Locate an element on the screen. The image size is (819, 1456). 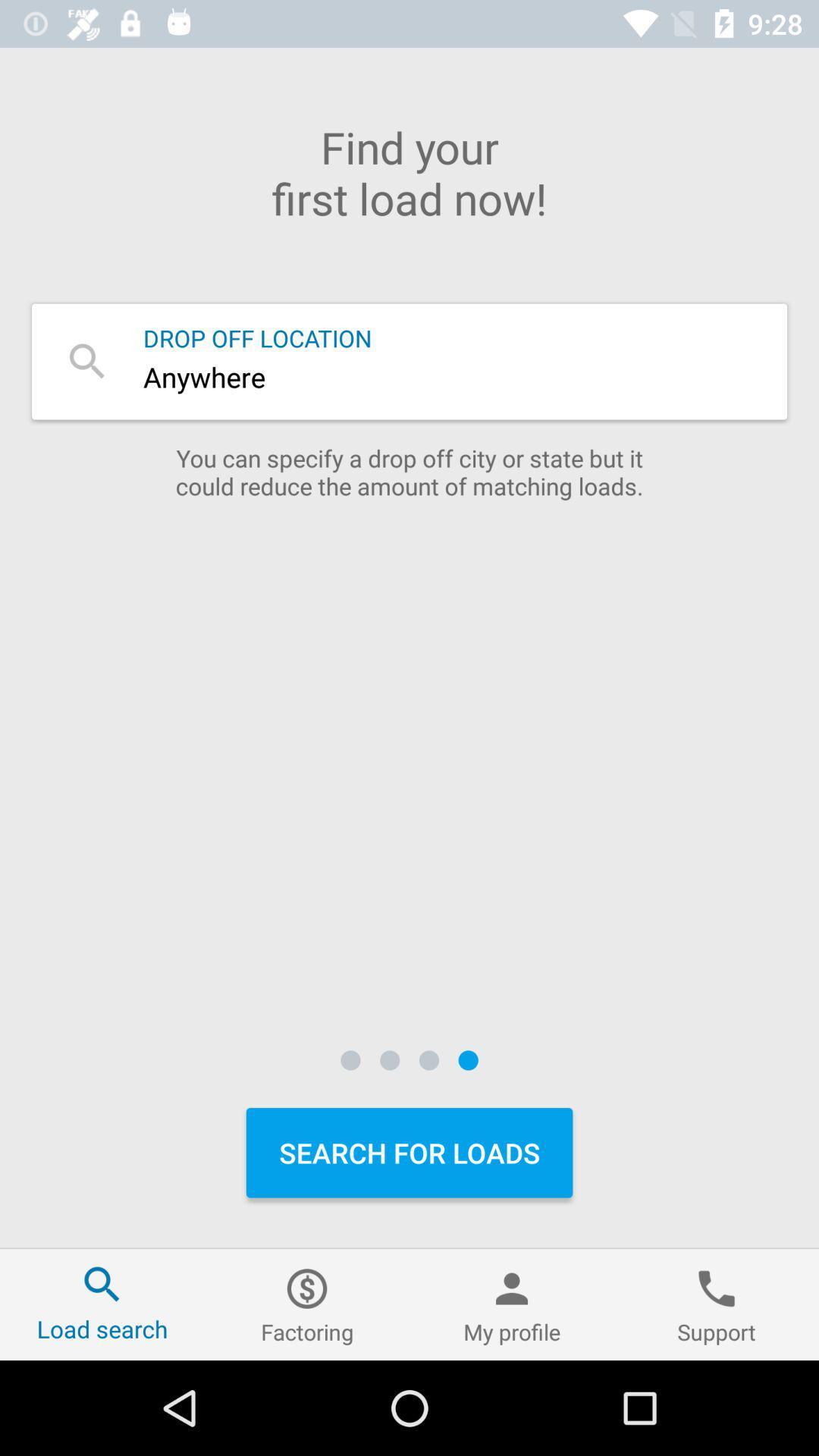
the my profile icon is located at coordinates (512, 1304).